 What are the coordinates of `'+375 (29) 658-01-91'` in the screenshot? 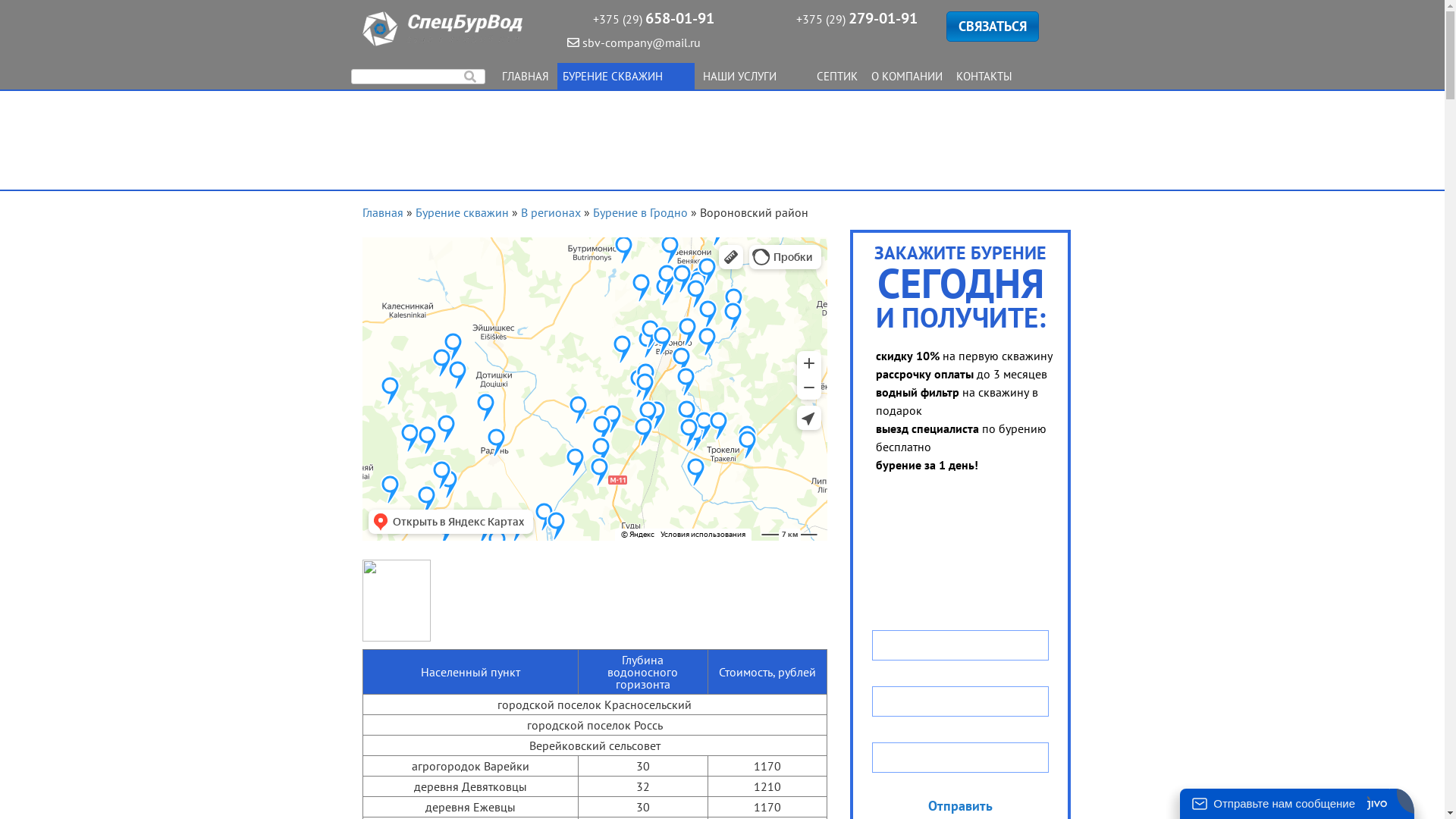 It's located at (654, 18).